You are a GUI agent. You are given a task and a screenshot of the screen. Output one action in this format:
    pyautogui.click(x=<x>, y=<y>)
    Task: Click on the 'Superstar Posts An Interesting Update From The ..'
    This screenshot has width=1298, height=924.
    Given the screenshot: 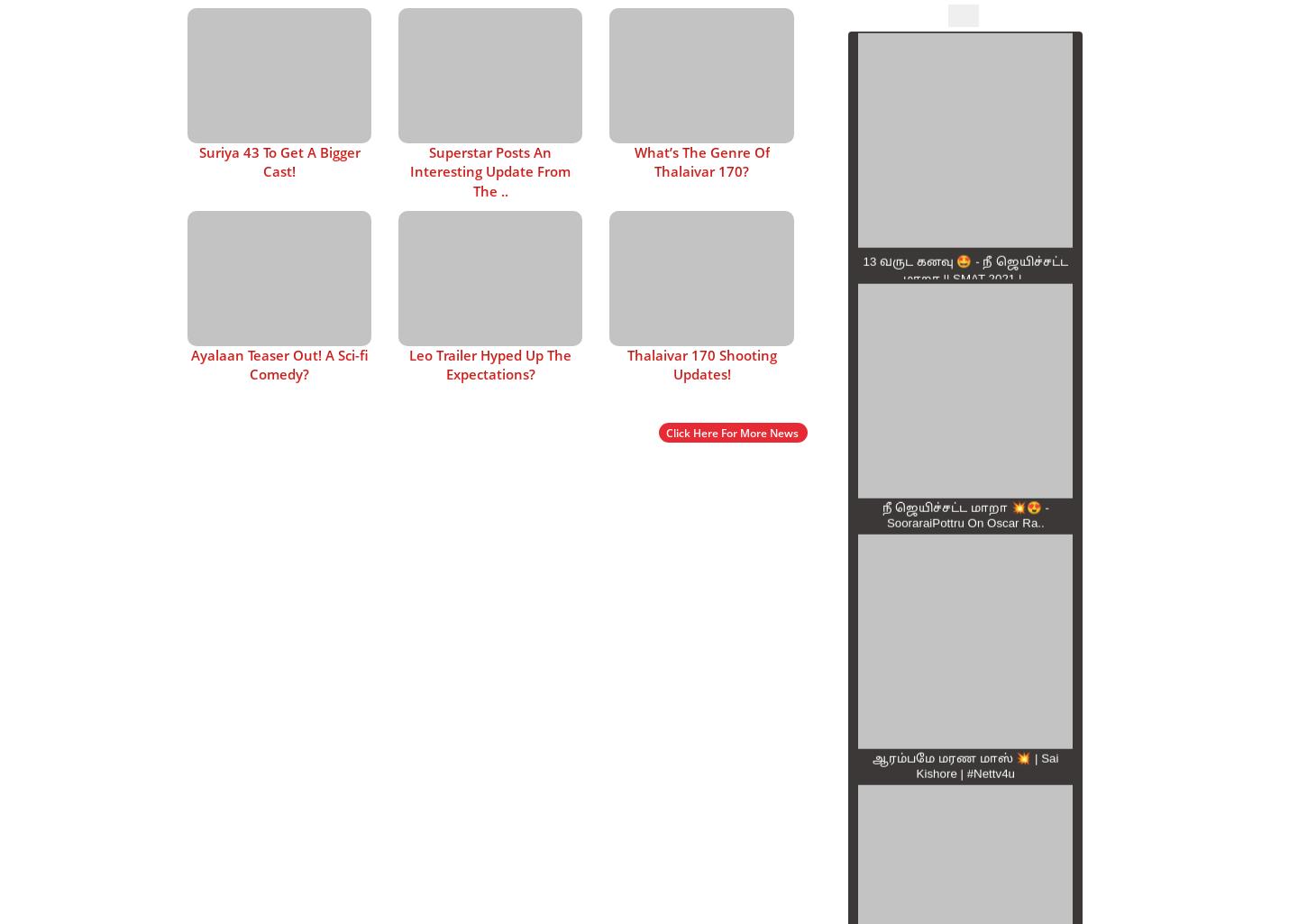 What is the action you would take?
    pyautogui.click(x=490, y=170)
    